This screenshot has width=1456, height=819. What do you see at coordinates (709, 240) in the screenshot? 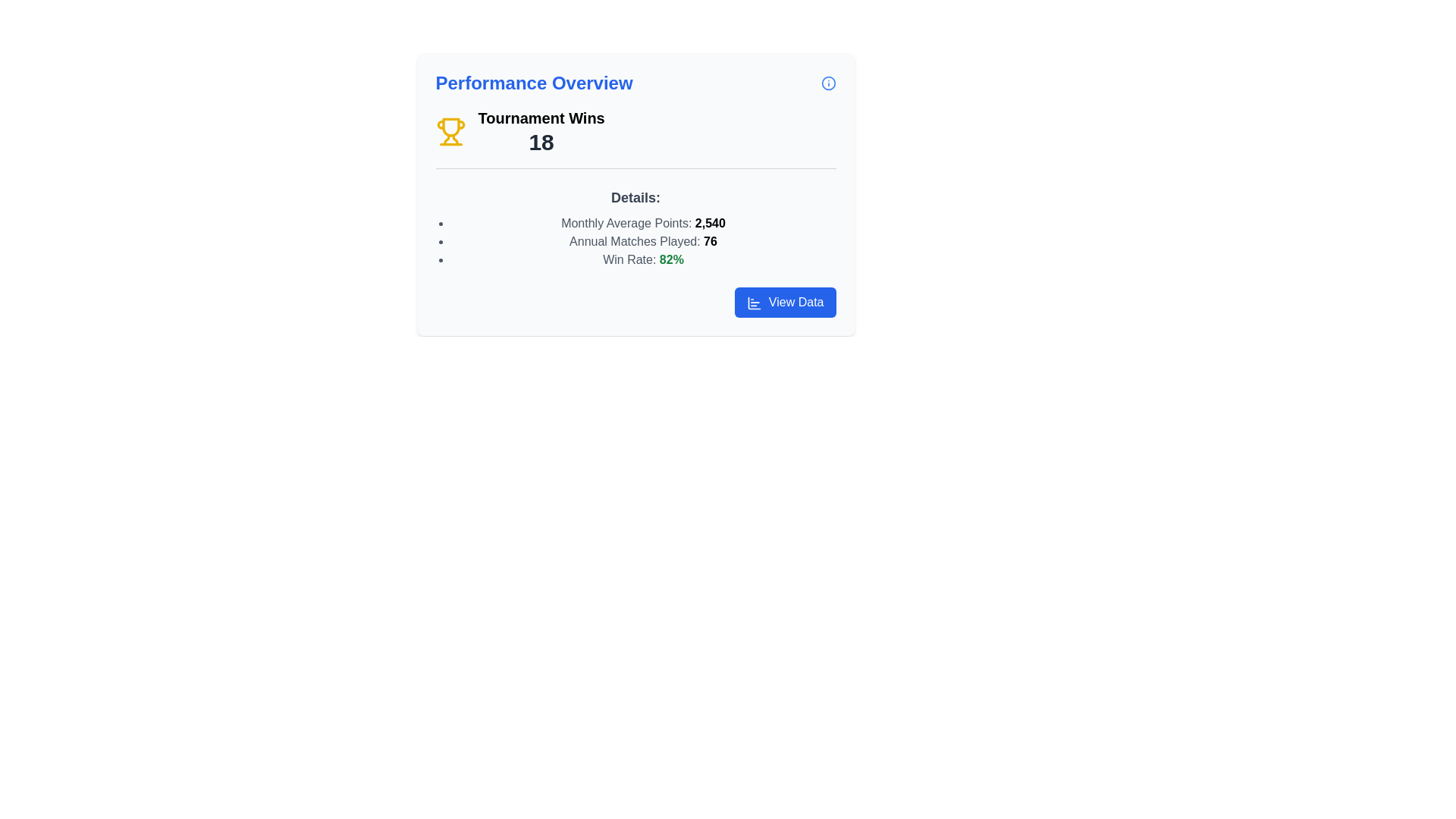
I see `the text displaying the number of matches played annually, located in the 'Details' section of the 'Performance Overview' card, next to the label 'Annual Matches Played:'` at bounding box center [709, 240].